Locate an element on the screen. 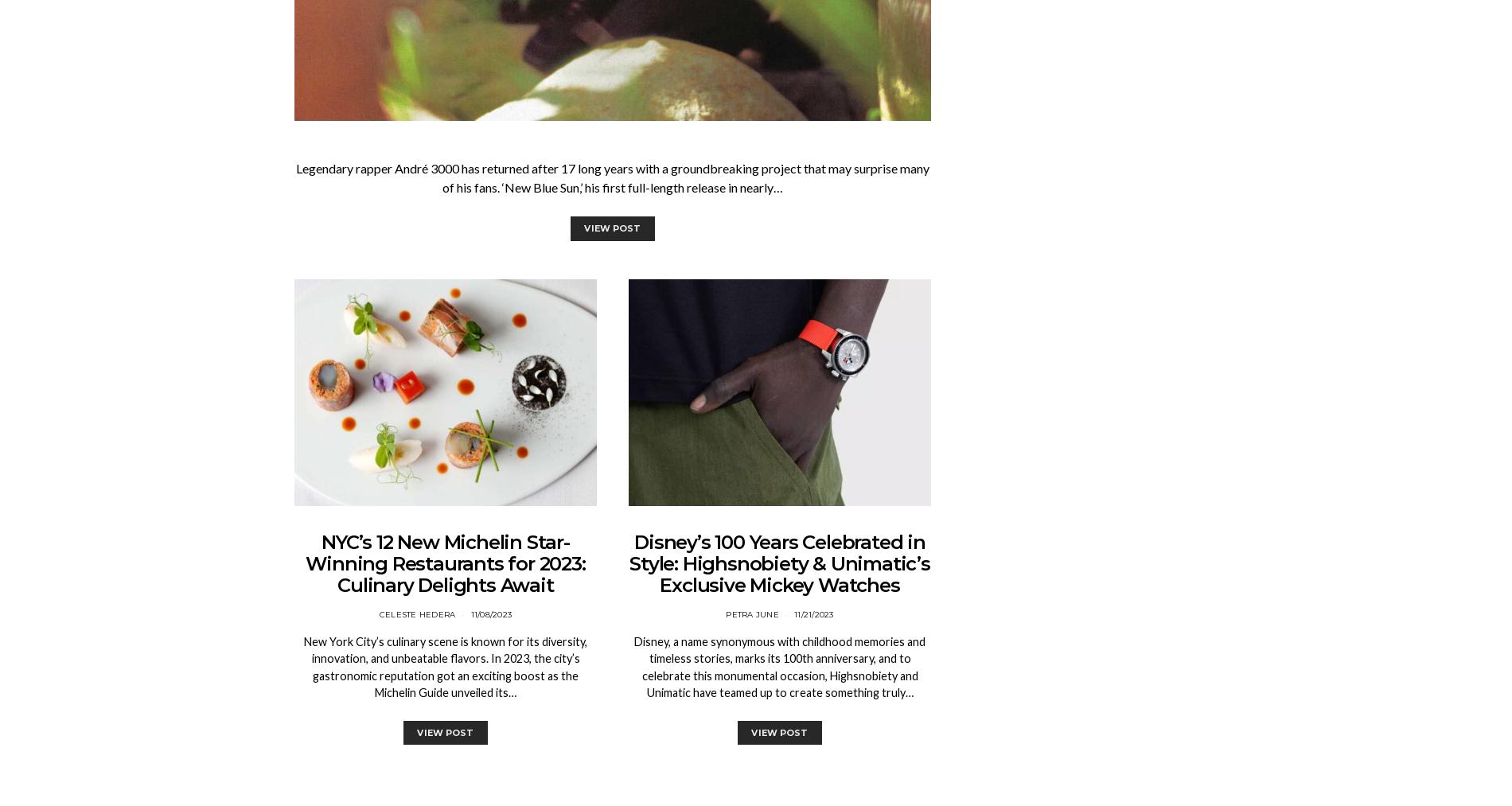  'Disney, a name synonymous with childhood memories and timeless stories, marks its 100th anniversary, and to celebrate this monumental occasion, Highsnobiety and Unimatic have teamed up to create something truly…' is located at coordinates (633, 665).